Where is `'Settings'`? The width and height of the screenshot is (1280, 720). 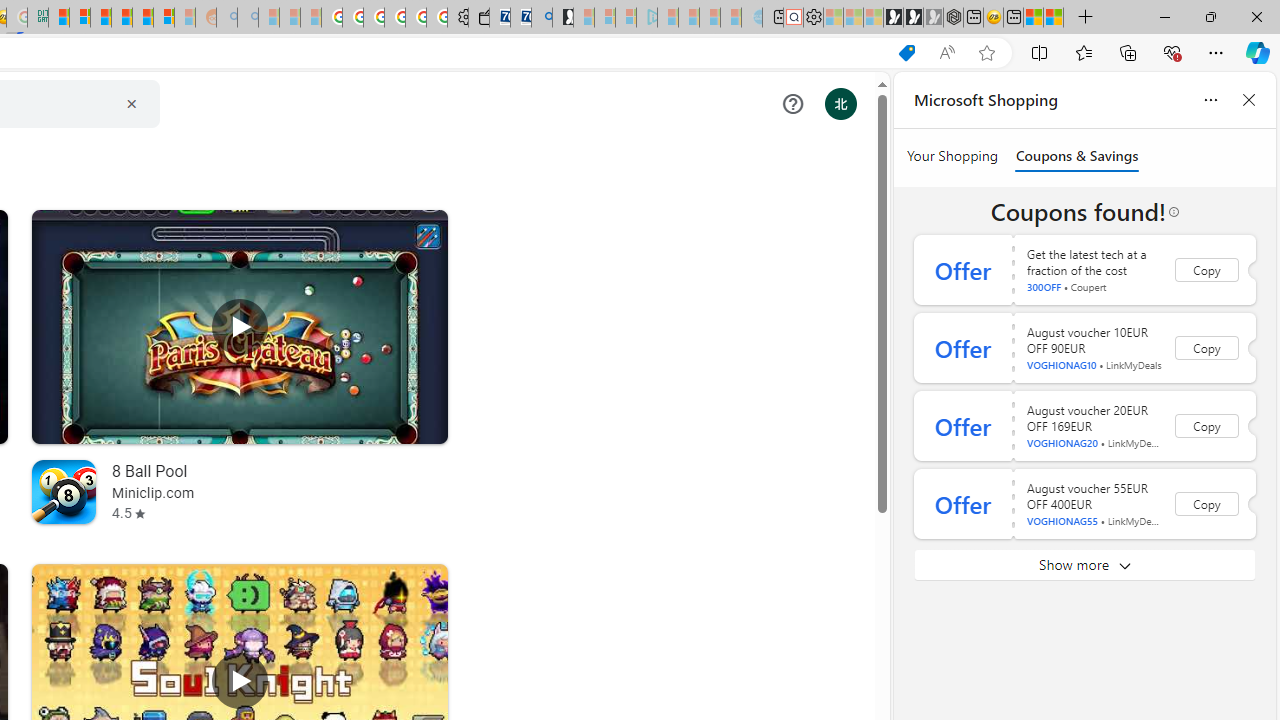
'Settings' is located at coordinates (813, 17).